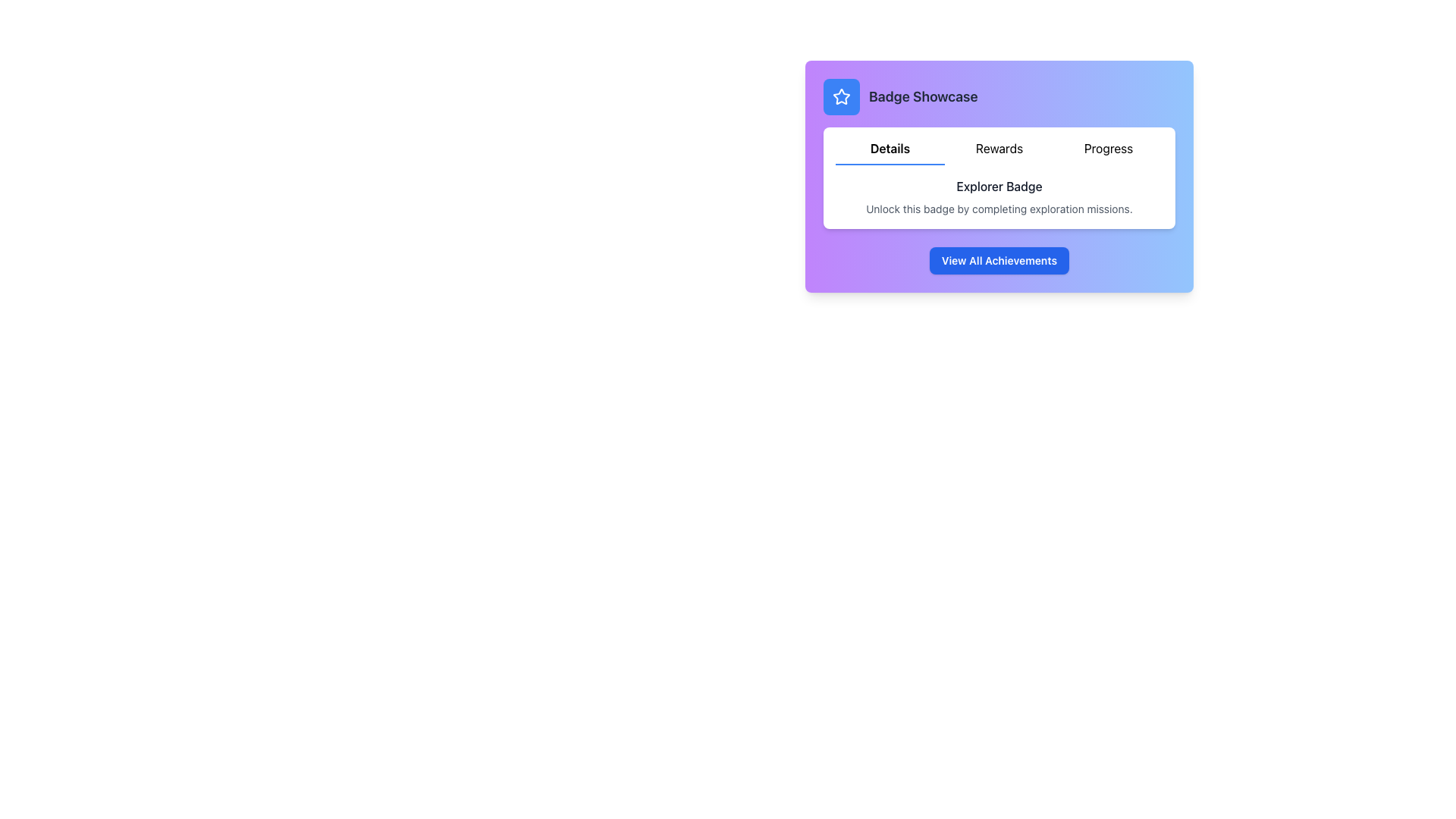  What do you see at coordinates (840, 96) in the screenshot?
I see `the blue rectangular button with a white star icon, located to the left of the 'Badge Showcase' text` at bounding box center [840, 96].